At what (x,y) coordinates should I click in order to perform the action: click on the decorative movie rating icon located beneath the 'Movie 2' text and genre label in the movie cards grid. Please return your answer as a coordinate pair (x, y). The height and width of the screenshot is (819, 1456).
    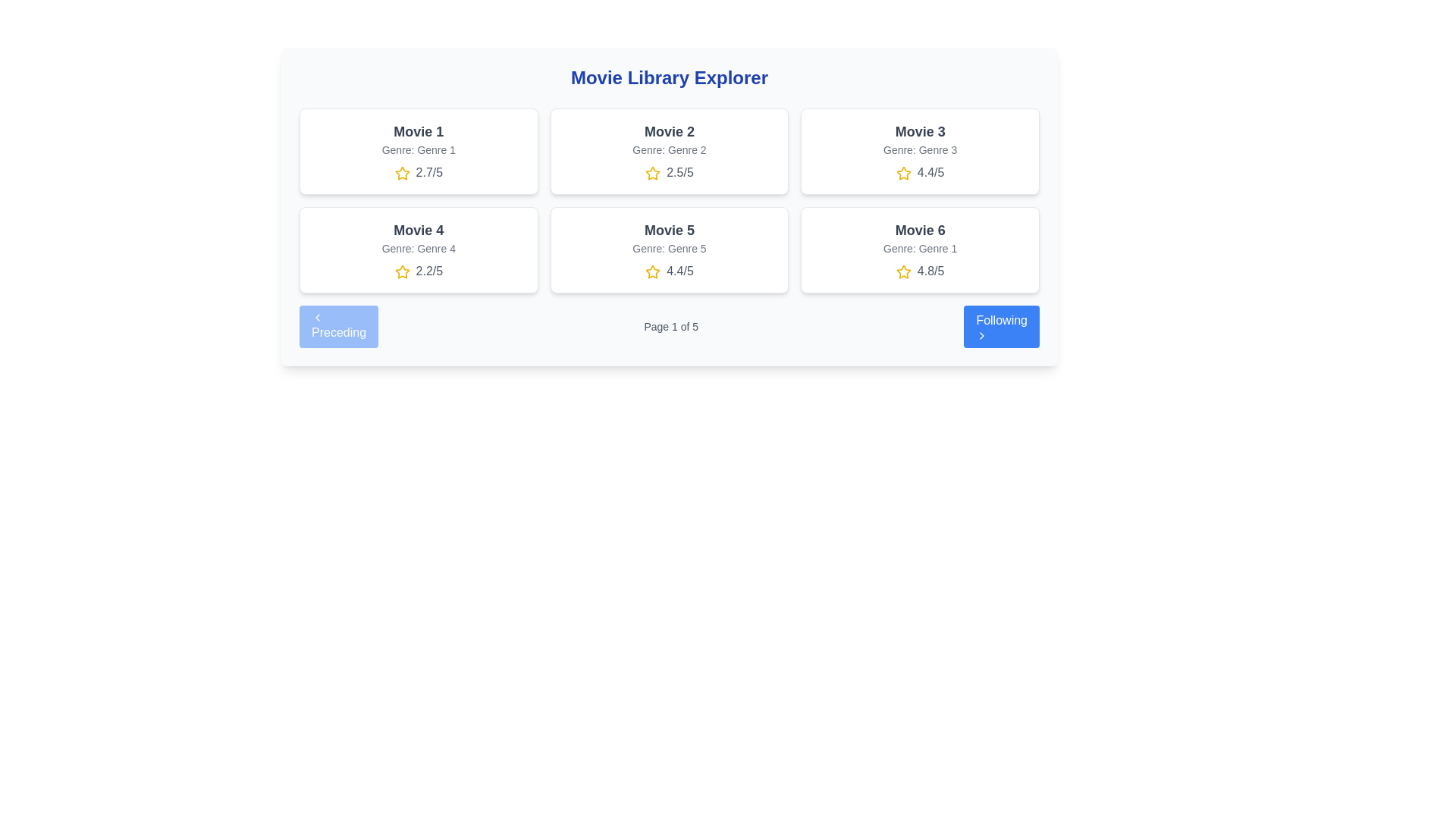
    Looking at the image, I should click on (653, 172).